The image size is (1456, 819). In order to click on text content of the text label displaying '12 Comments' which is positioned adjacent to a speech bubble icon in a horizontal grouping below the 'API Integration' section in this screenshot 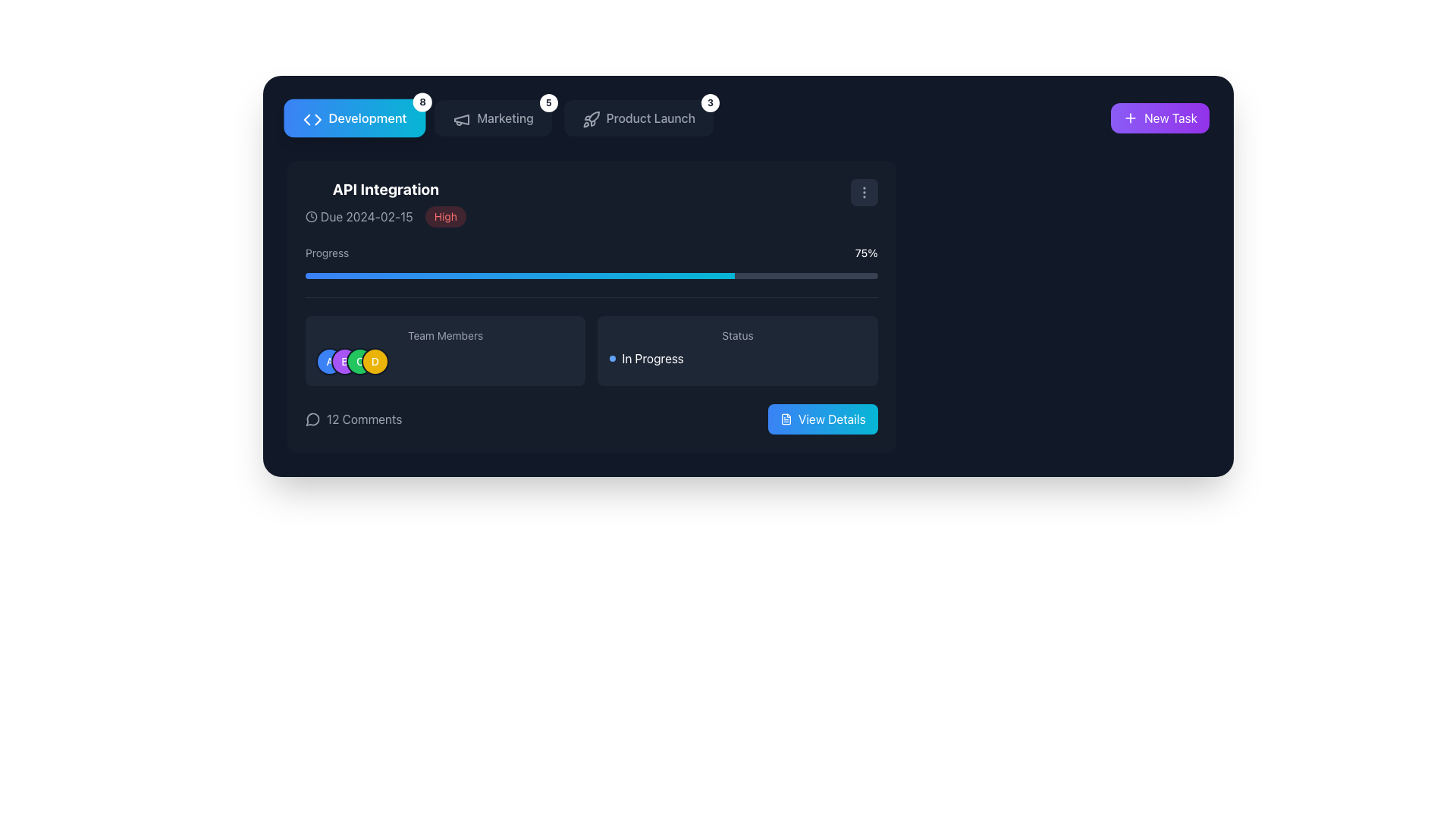, I will do `click(364, 419)`.